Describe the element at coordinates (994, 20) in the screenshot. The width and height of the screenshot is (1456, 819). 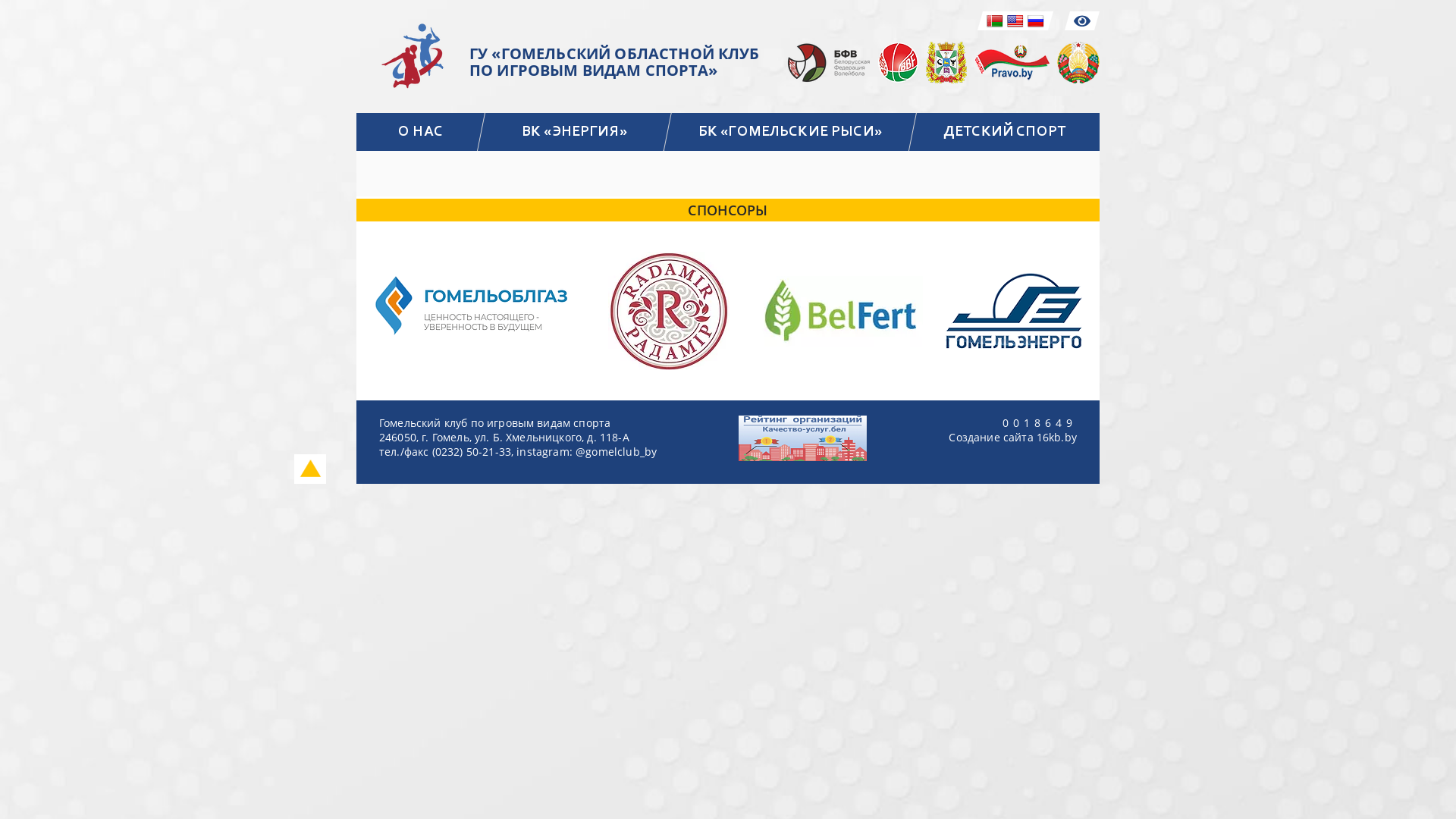
I see `'Belarusian'` at that location.